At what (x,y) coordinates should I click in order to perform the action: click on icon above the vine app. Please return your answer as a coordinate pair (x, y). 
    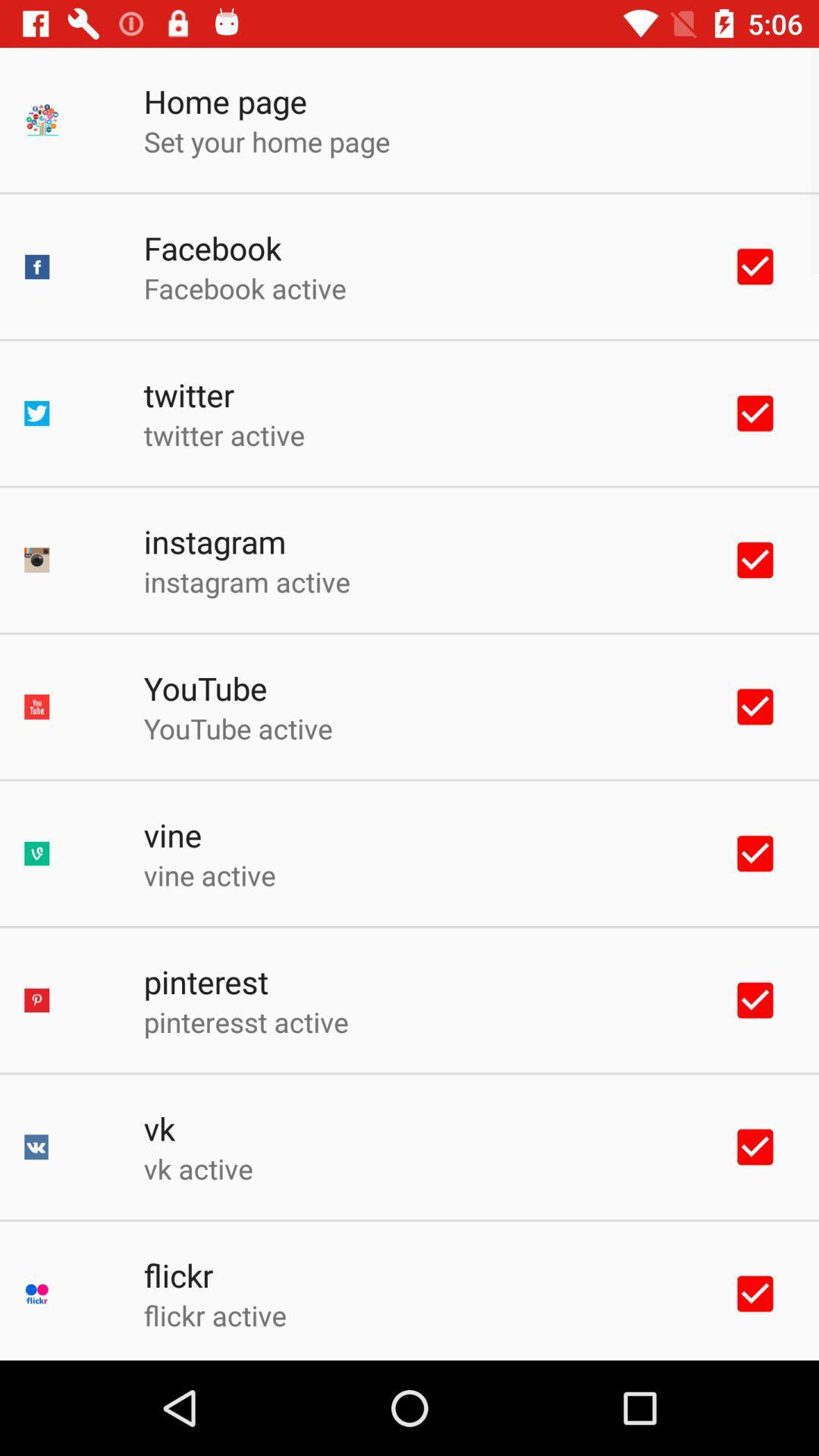
    Looking at the image, I should click on (238, 728).